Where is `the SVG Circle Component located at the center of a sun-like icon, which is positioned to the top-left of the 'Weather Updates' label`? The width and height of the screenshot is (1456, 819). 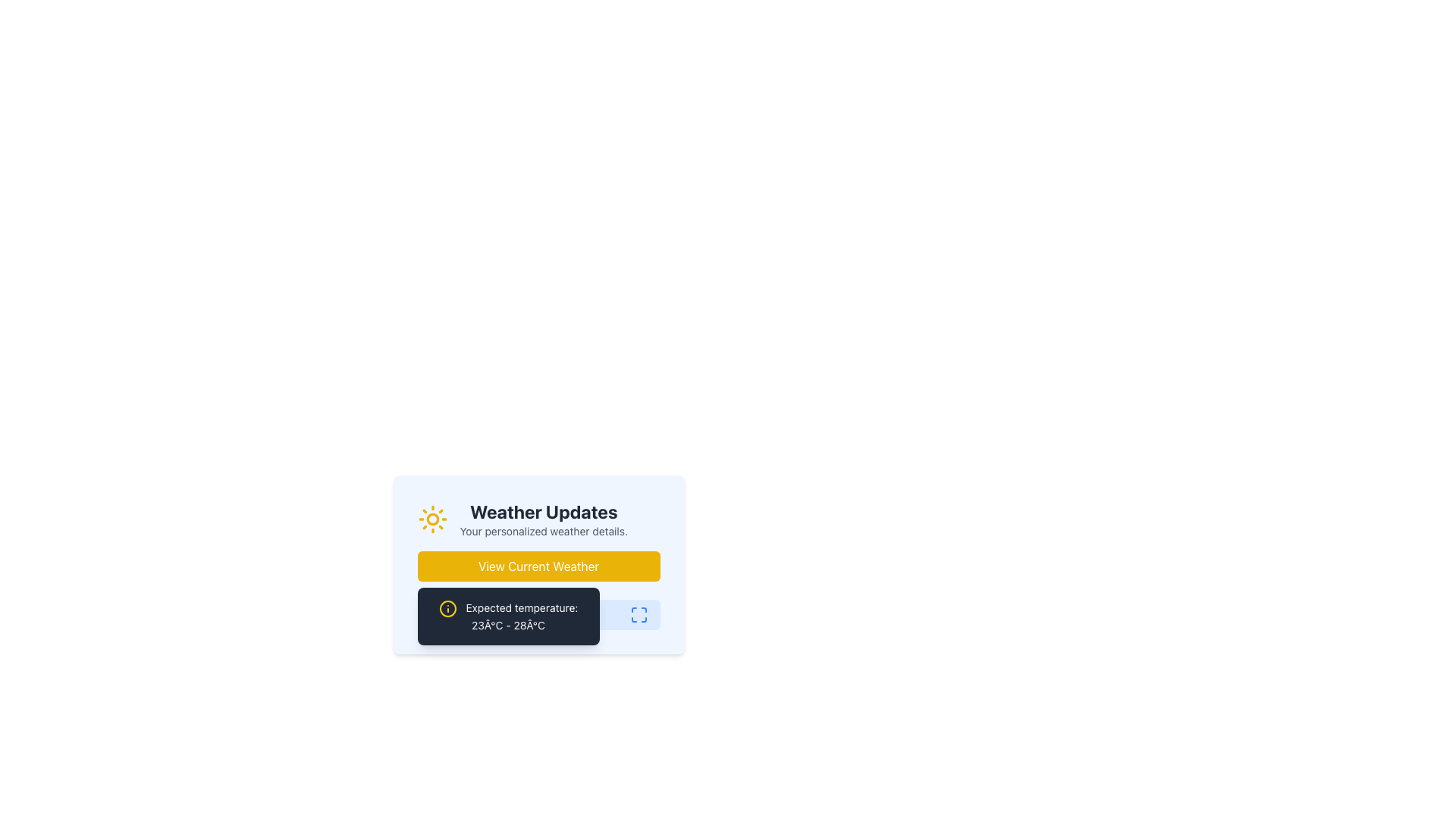 the SVG Circle Component located at the center of a sun-like icon, which is positioned to the top-left of the 'Weather Updates' label is located at coordinates (431, 519).